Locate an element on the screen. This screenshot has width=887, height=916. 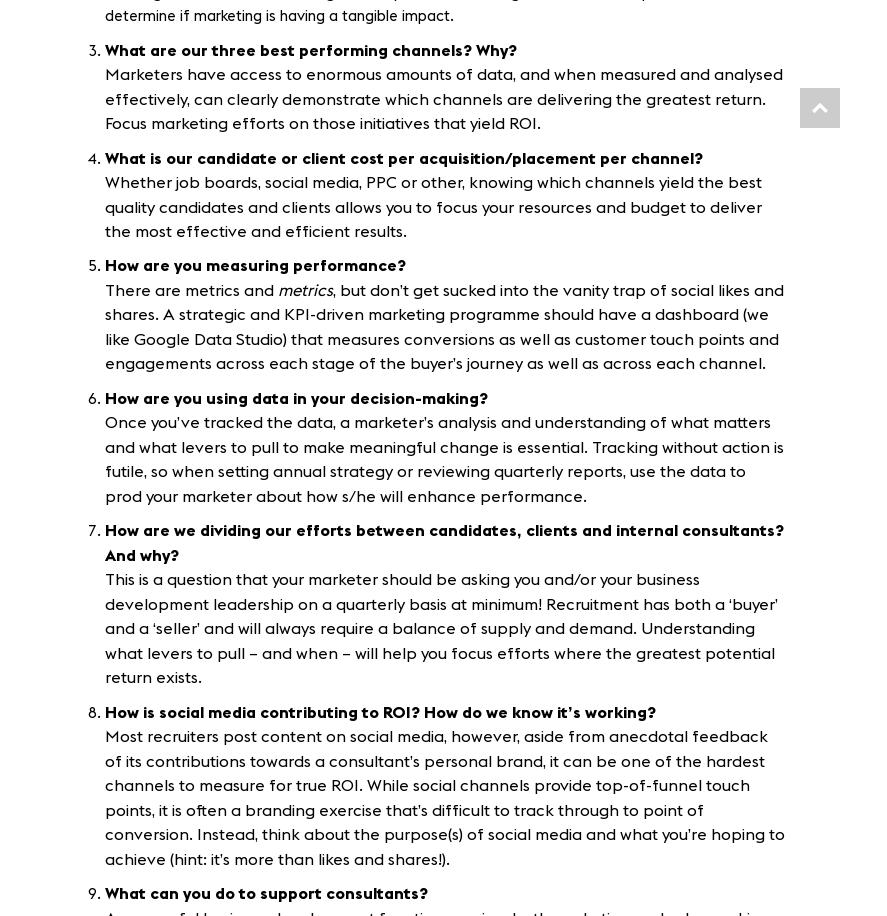
'What is our candidate or client cost per acquisition/placement per channel?' is located at coordinates (404, 158).